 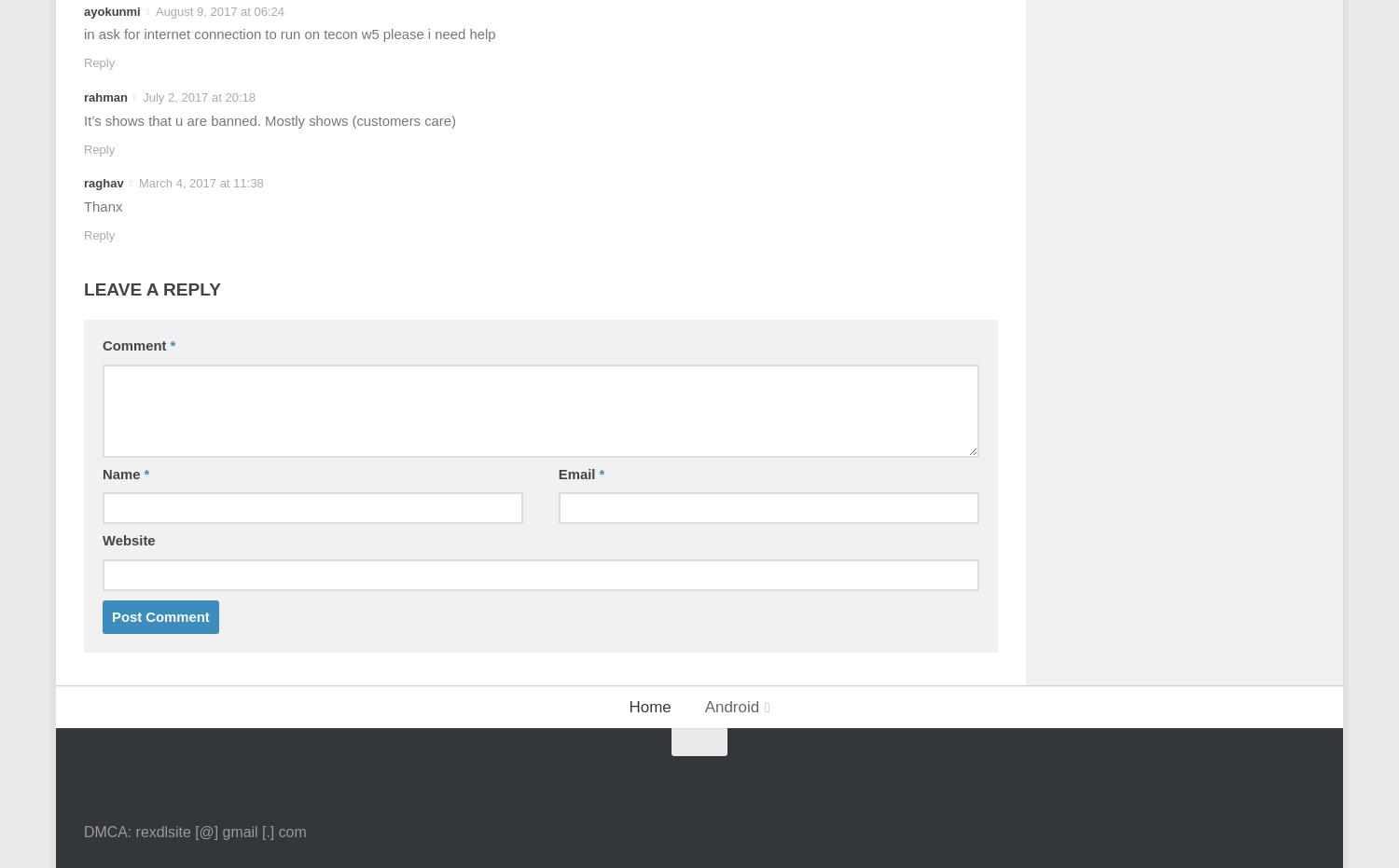 What do you see at coordinates (199, 182) in the screenshot?
I see `'March 4, 2017 at 11:38'` at bounding box center [199, 182].